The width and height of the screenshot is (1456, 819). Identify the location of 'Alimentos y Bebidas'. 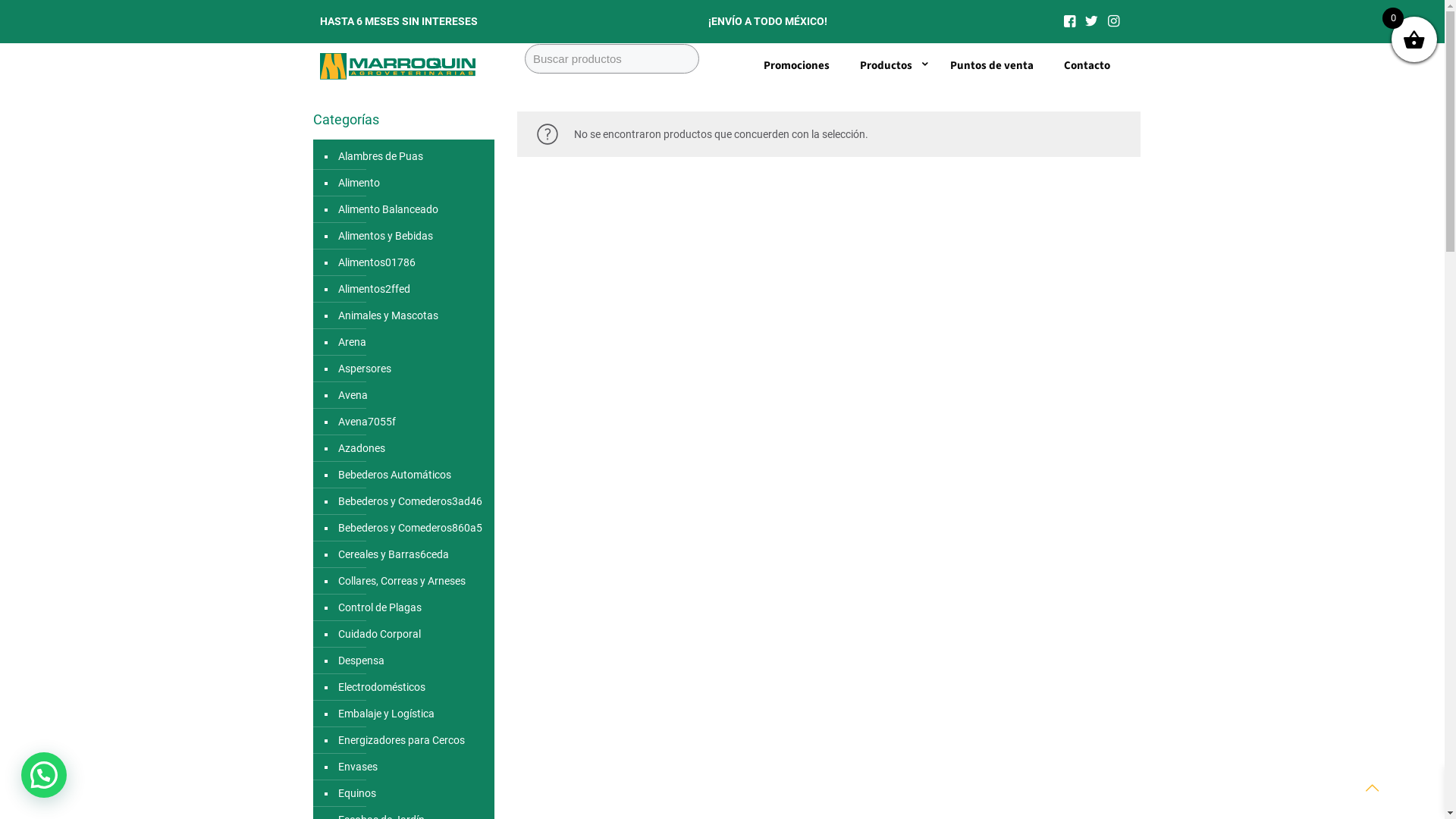
(411, 236).